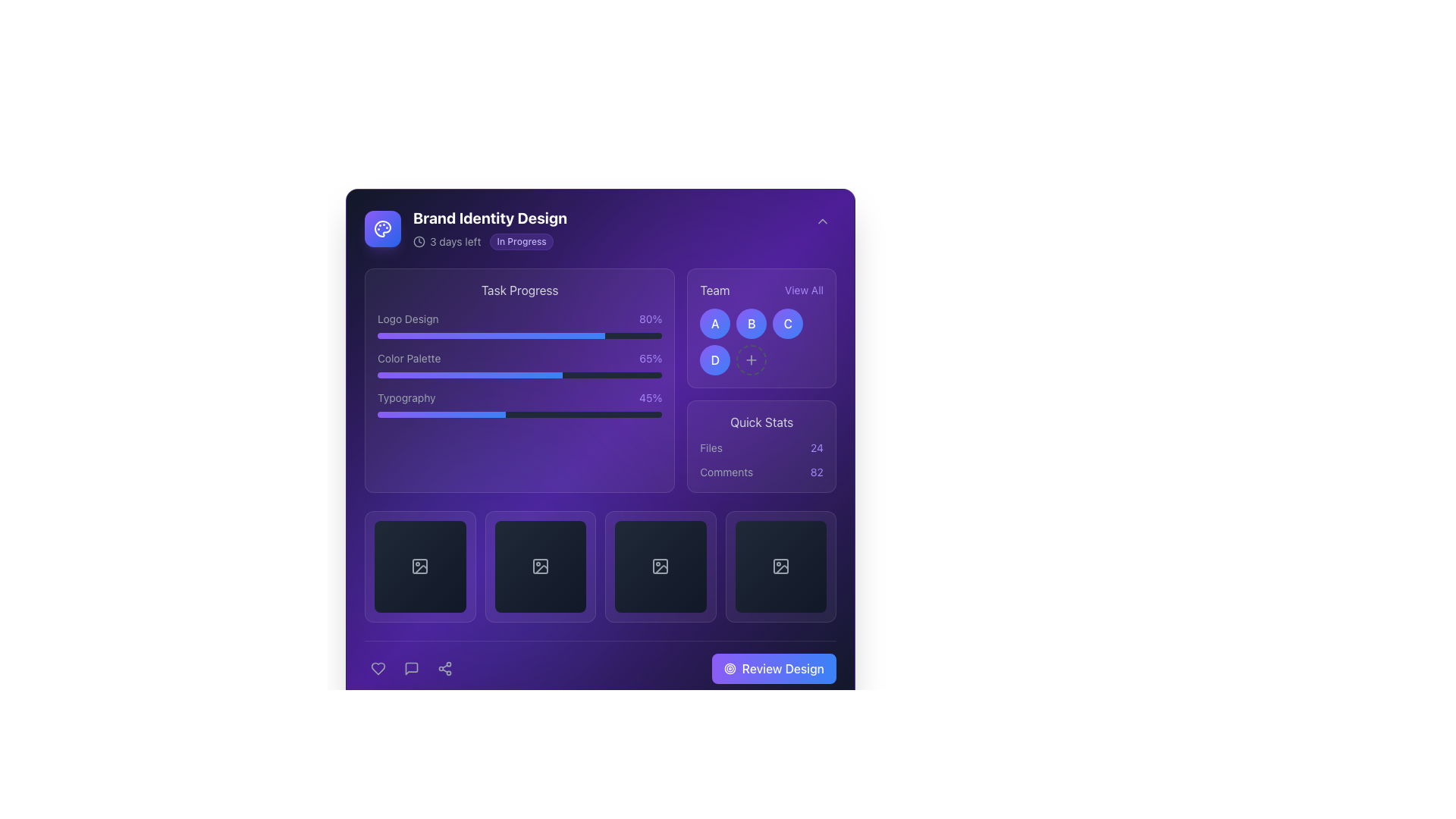  I want to click on the progress bar located in the 'Task Progress' section, which displays the task name and its completion percentage, so click(519, 324).